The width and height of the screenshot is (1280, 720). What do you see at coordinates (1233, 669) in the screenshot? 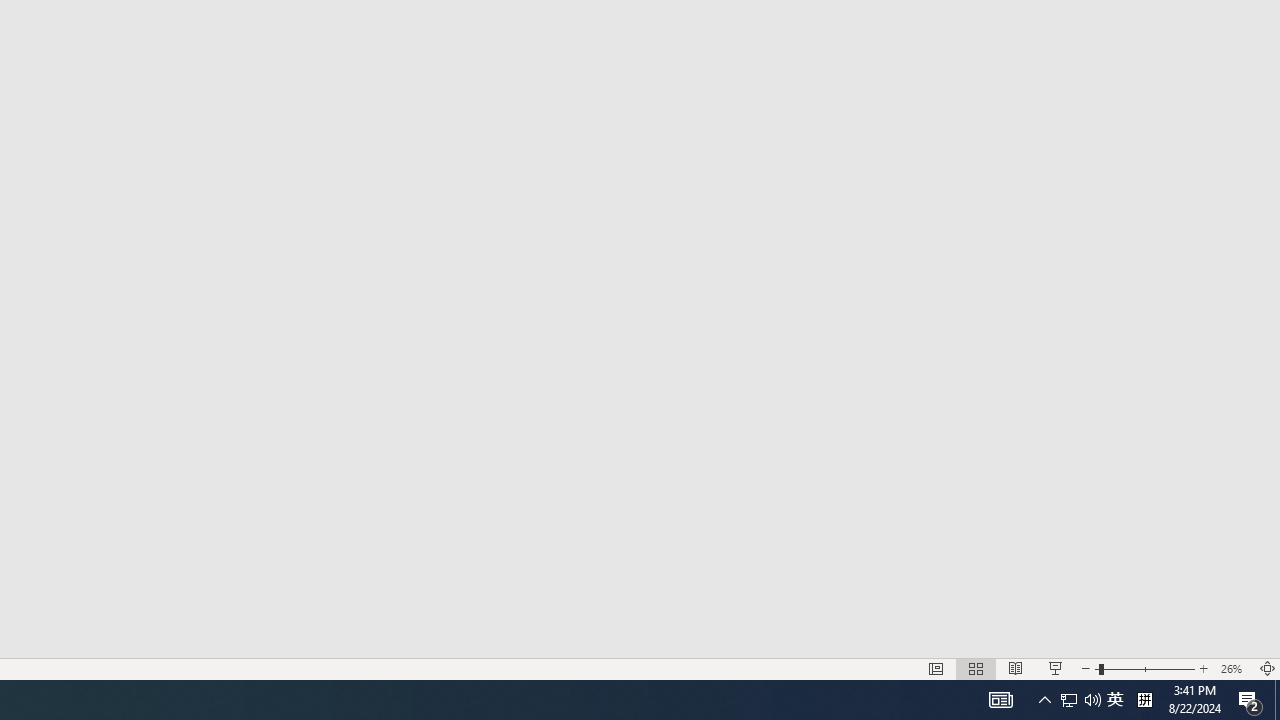
I see `'Zoom 26%'` at bounding box center [1233, 669].